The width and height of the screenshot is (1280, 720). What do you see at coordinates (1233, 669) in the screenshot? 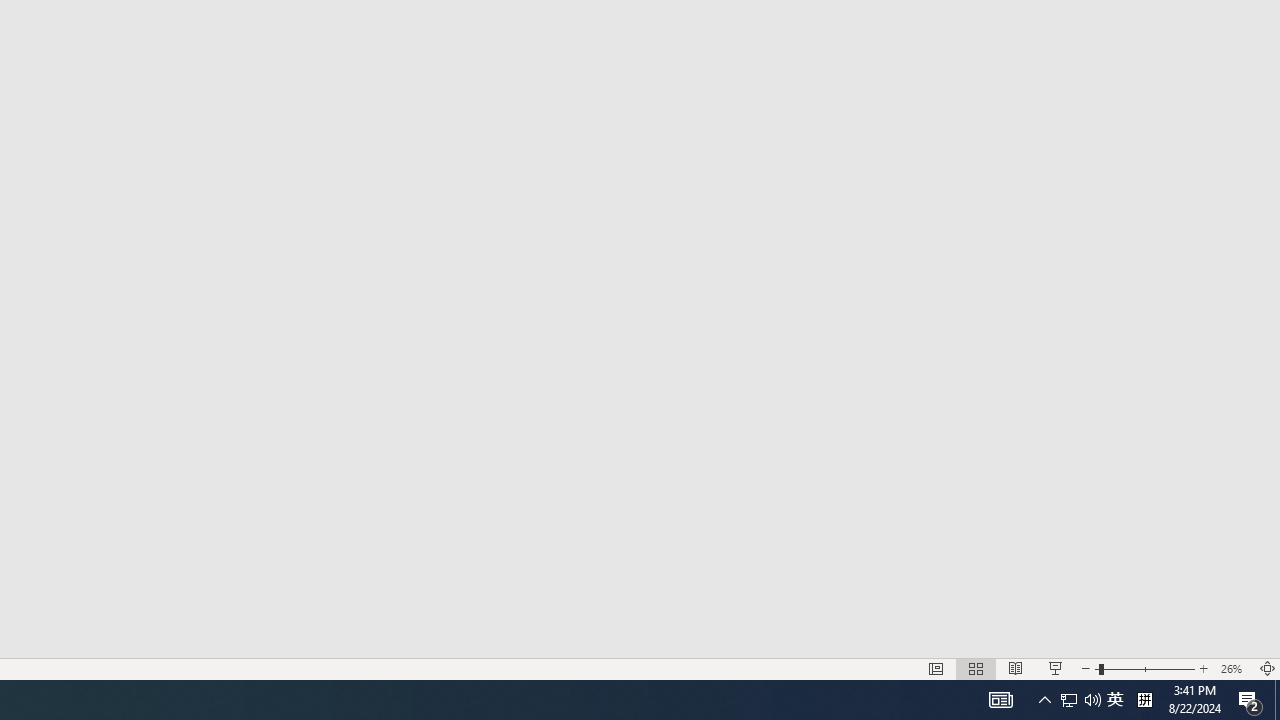
I see `'Zoom 26%'` at bounding box center [1233, 669].